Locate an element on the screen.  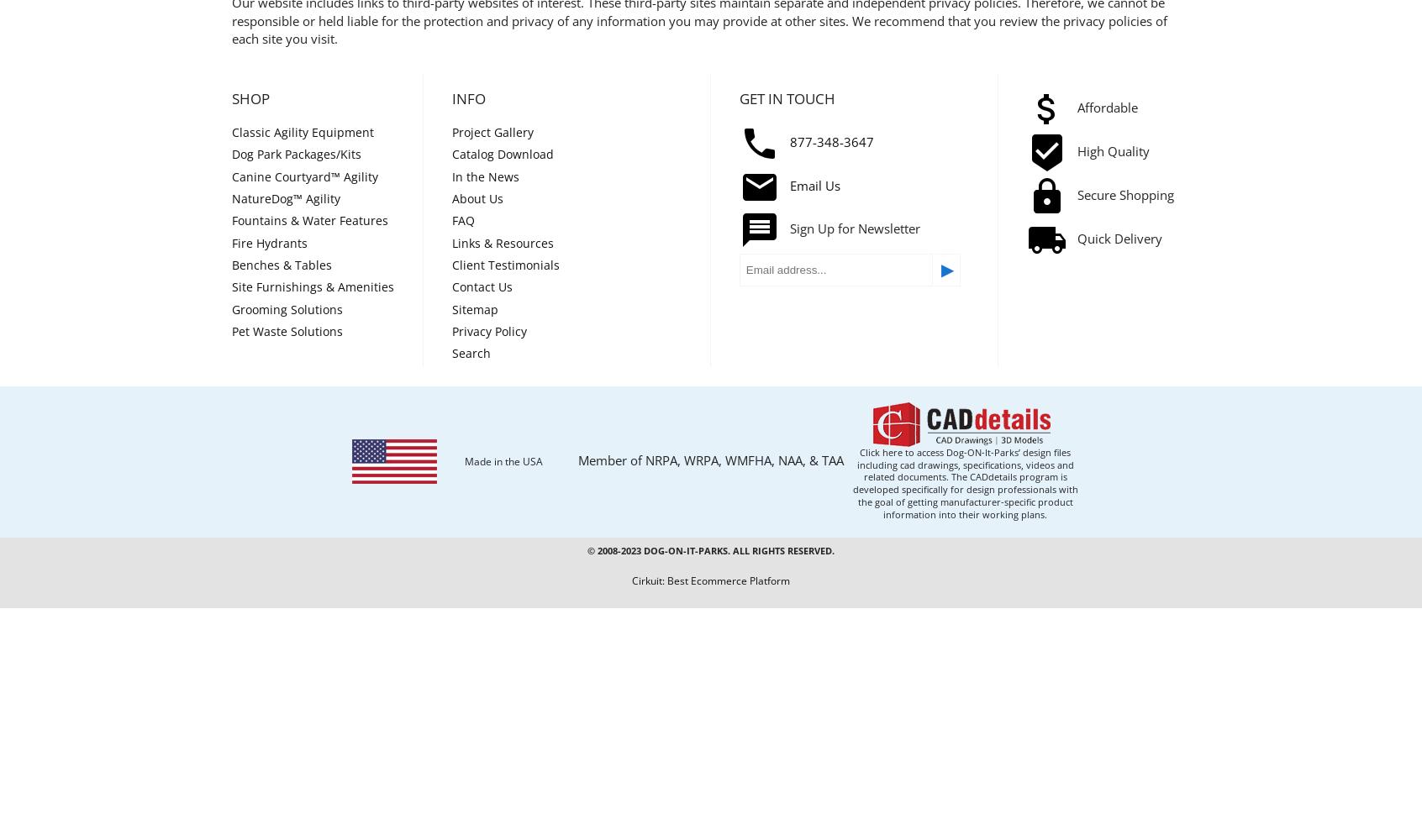
'Privacy Policy' is located at coordinates (488, 331).